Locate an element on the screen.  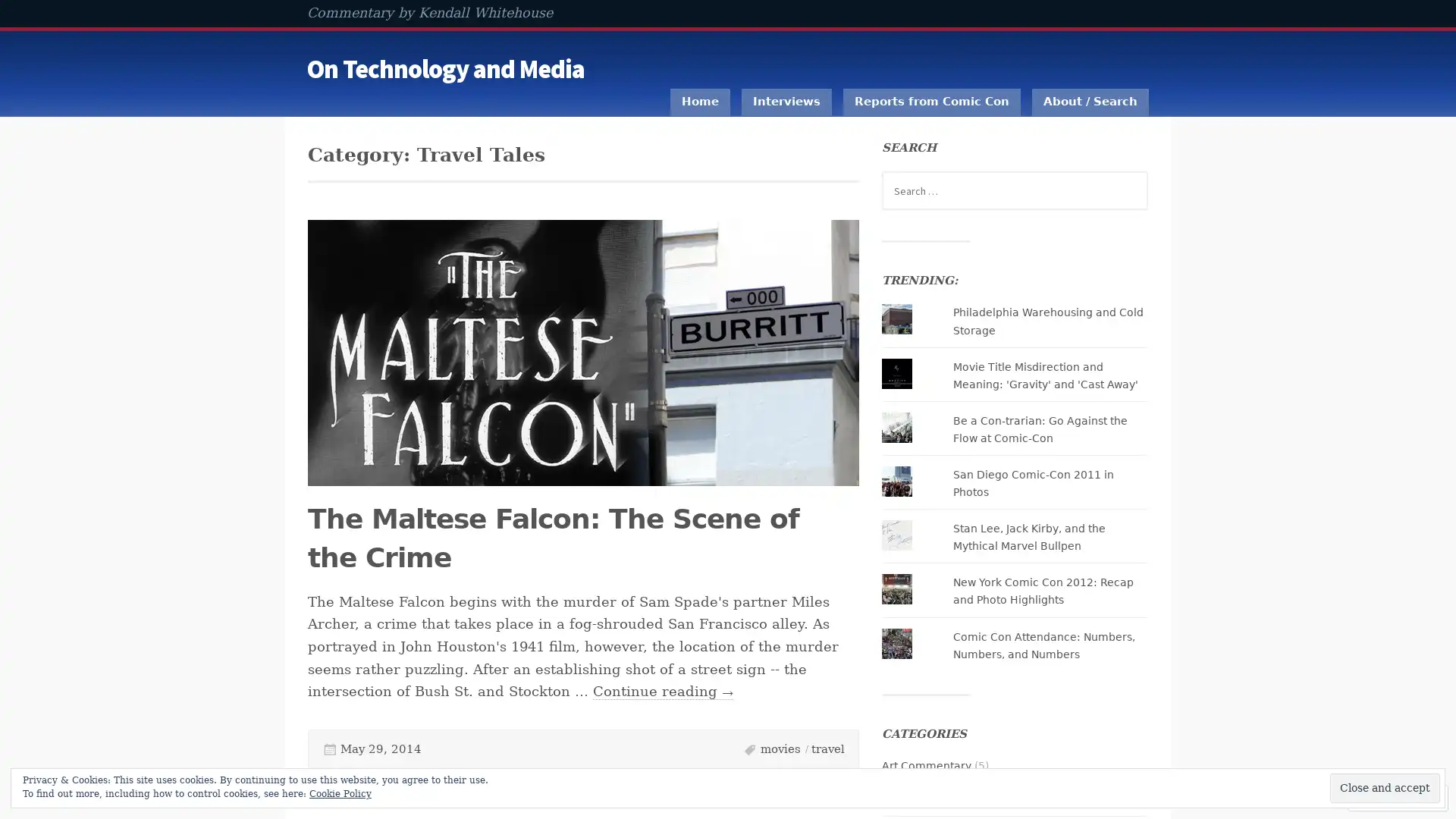
Close and accept is located at coordinates (1385, 787).